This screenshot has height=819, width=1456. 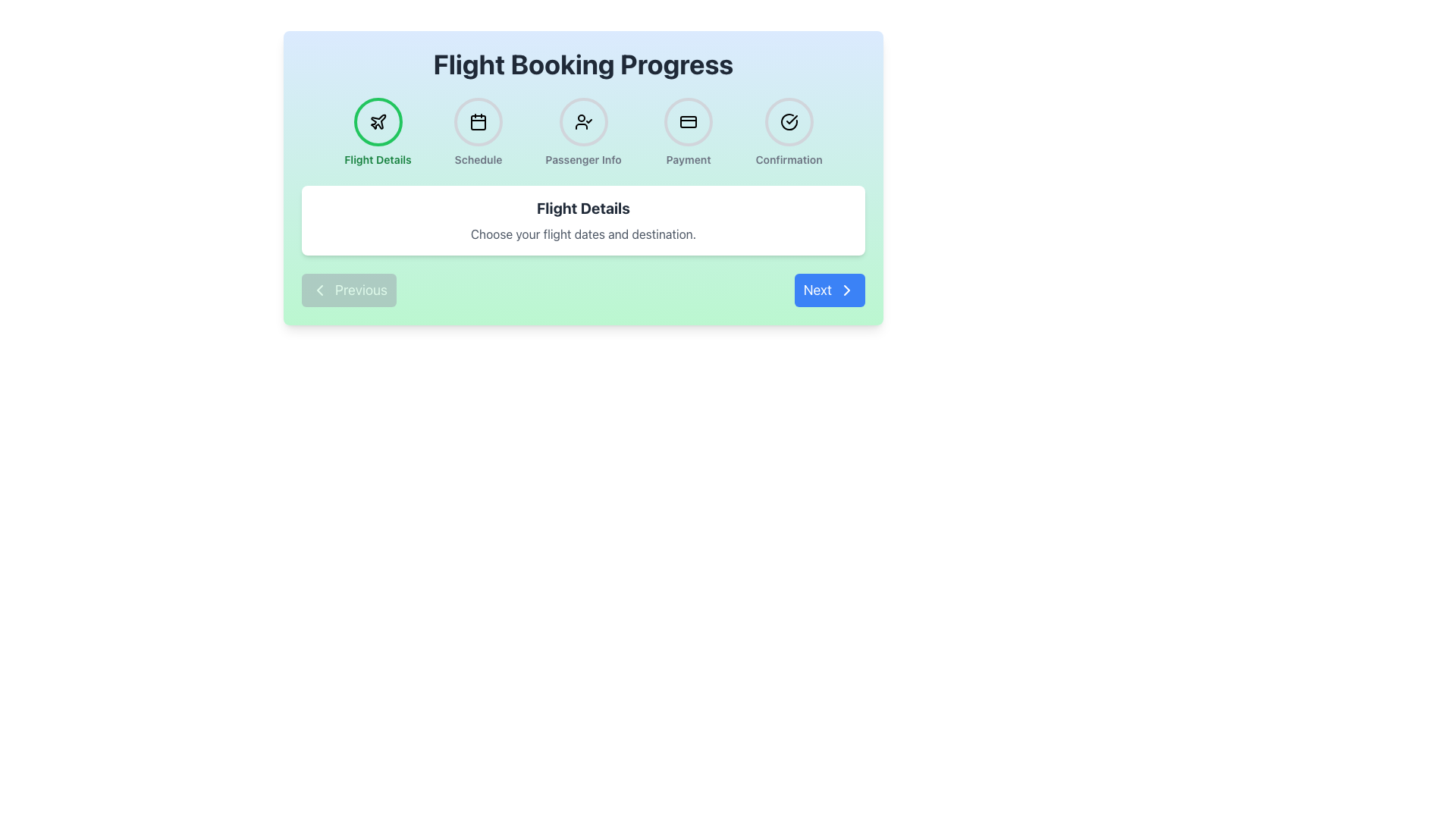 What do you see at coordinates (582, 121) in the screenshot?
I see `the user icon with a checkmark, which is located in the third step of the progress bar labeled 'Passenger Info'` at bounding box center [582, 121].